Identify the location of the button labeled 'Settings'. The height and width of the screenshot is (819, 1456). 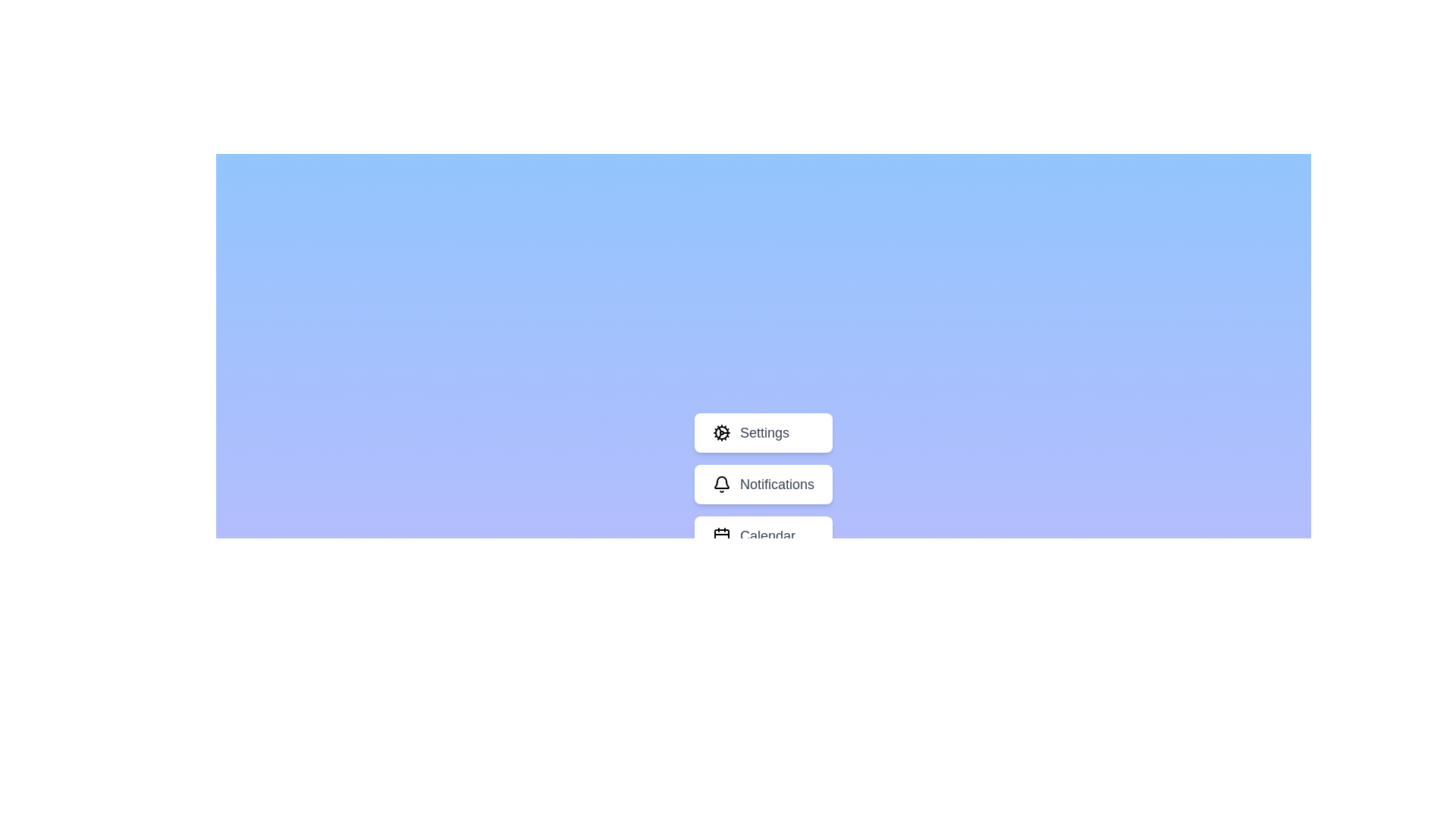
(764, 432).